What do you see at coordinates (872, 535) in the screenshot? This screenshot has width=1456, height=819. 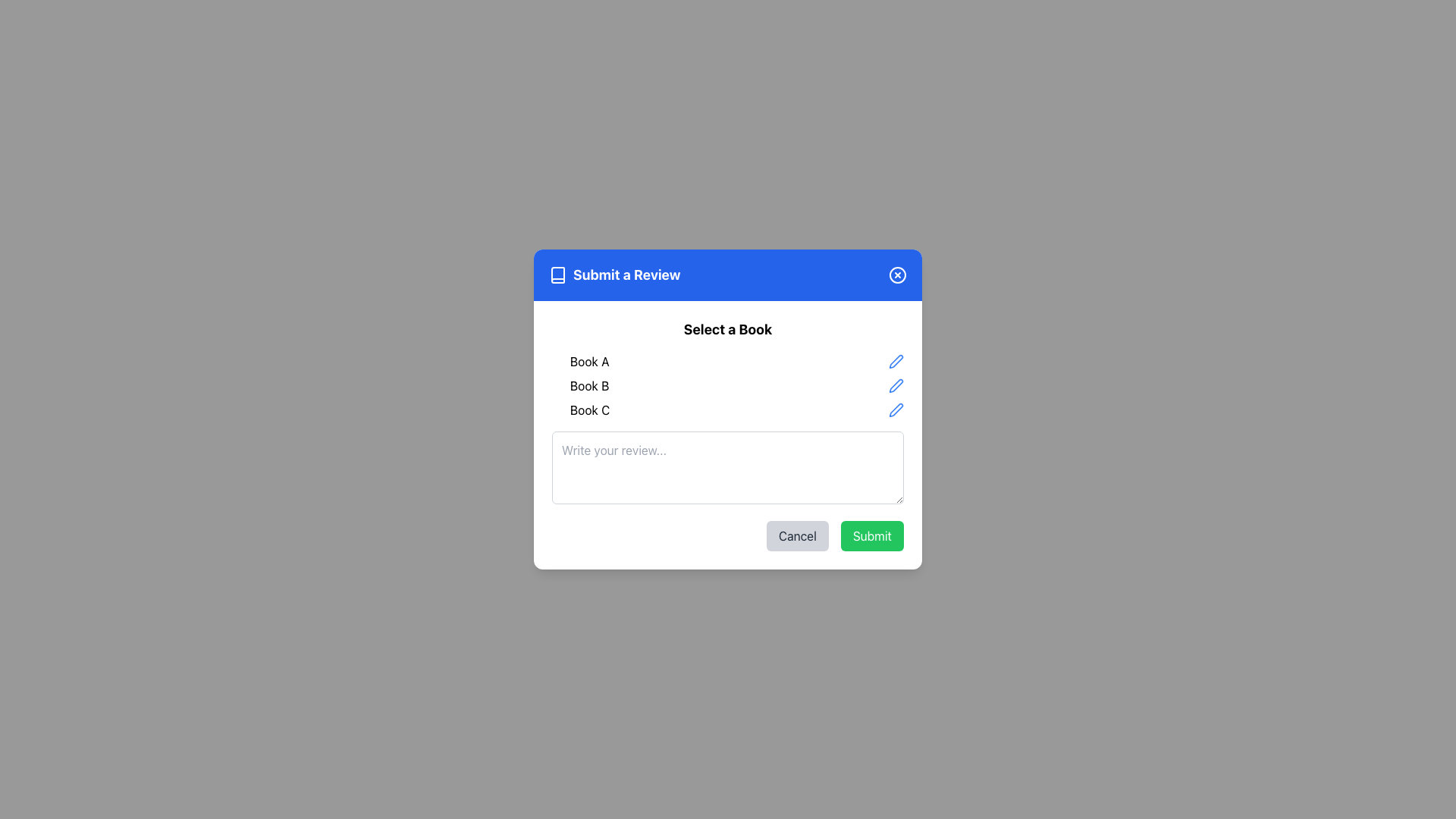 I see `the 'Submit' button with a green background and white text` at bounding box center [872, 535].